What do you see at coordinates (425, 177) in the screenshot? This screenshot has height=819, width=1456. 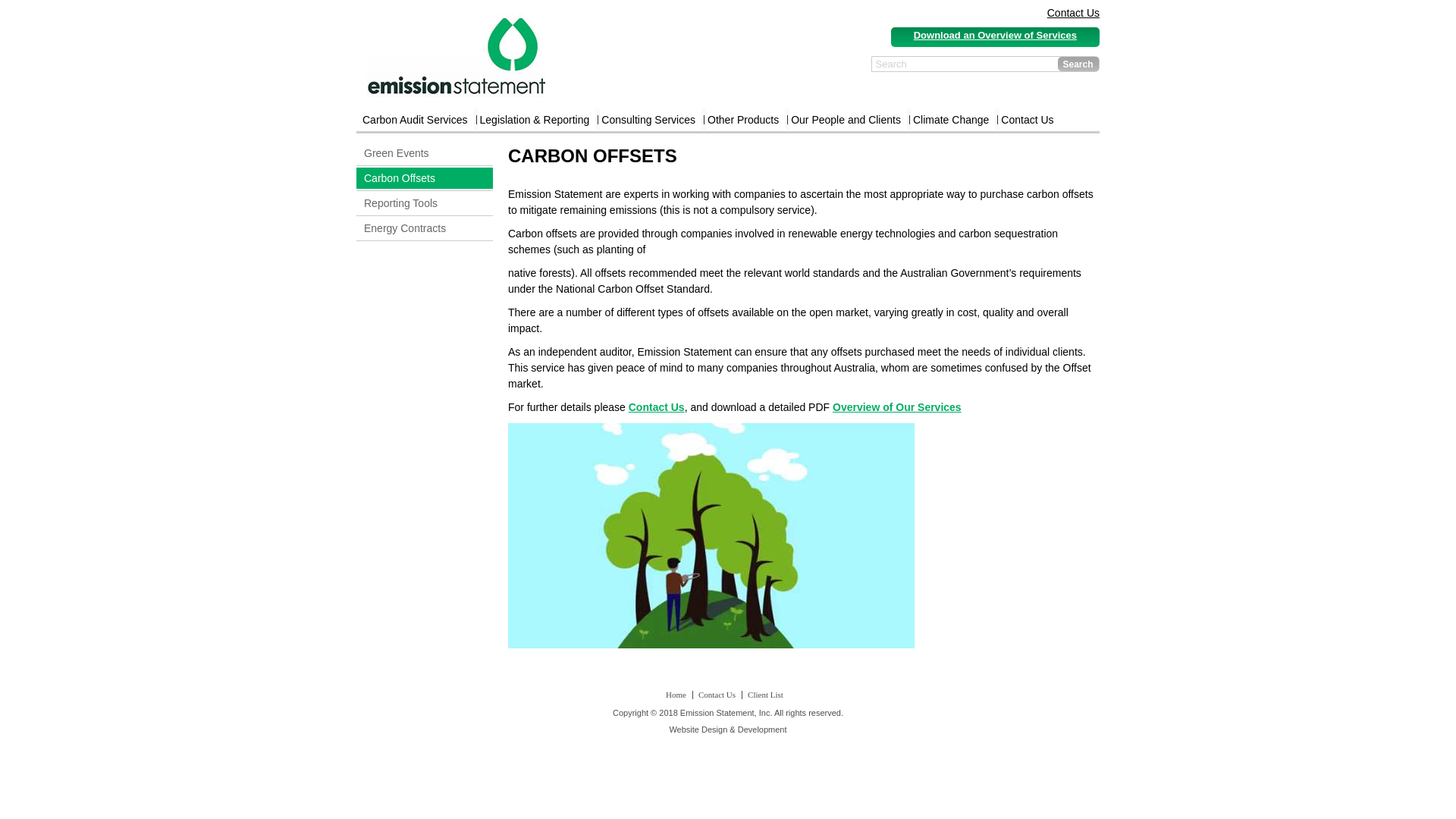 I see `'Carbon Offsets'` at bounding box center [425, 177].